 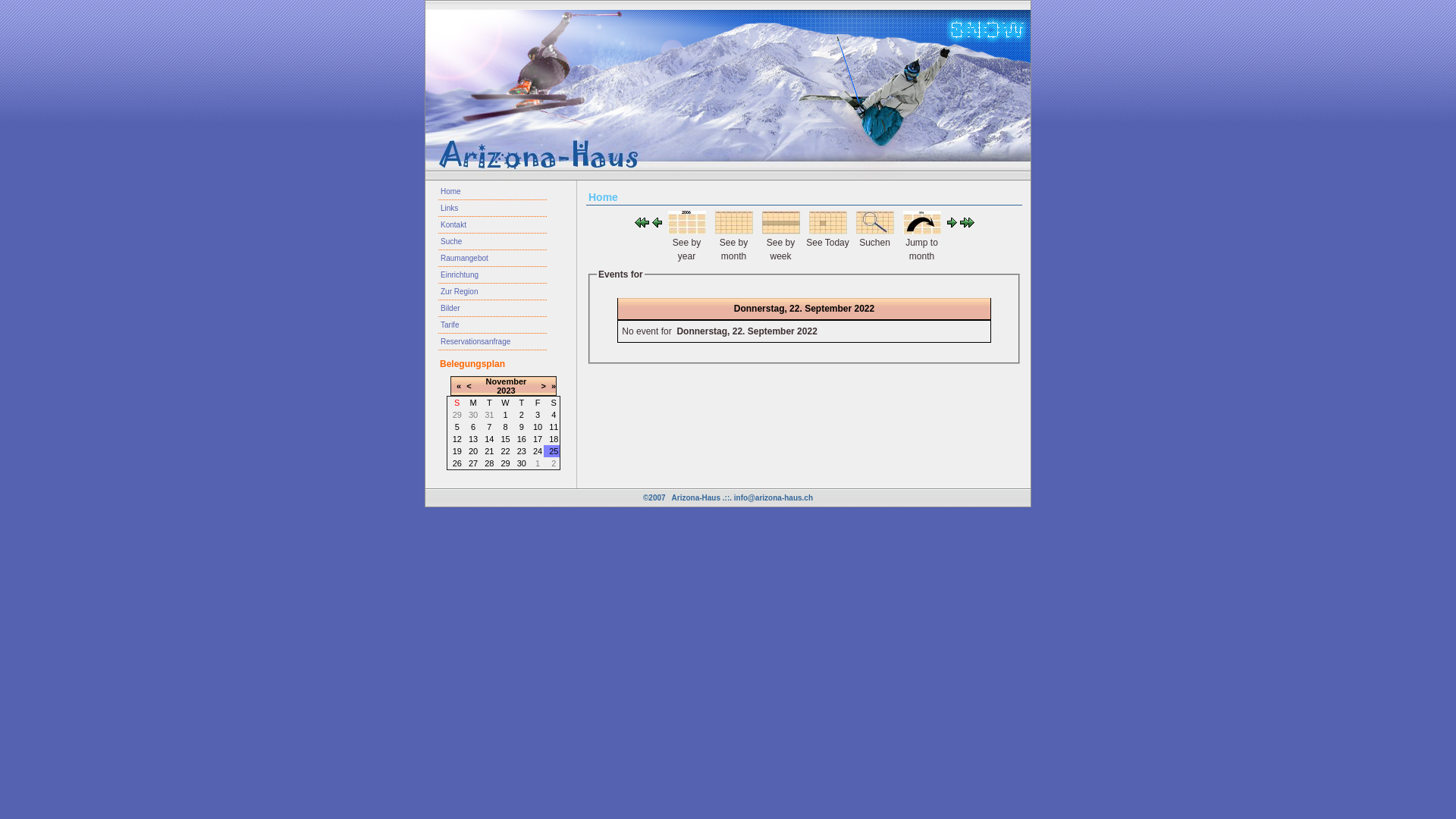 What do you see at coordinates (505, 450) in the screenshot?
I see `'22'` at bounding box center [505, 450].